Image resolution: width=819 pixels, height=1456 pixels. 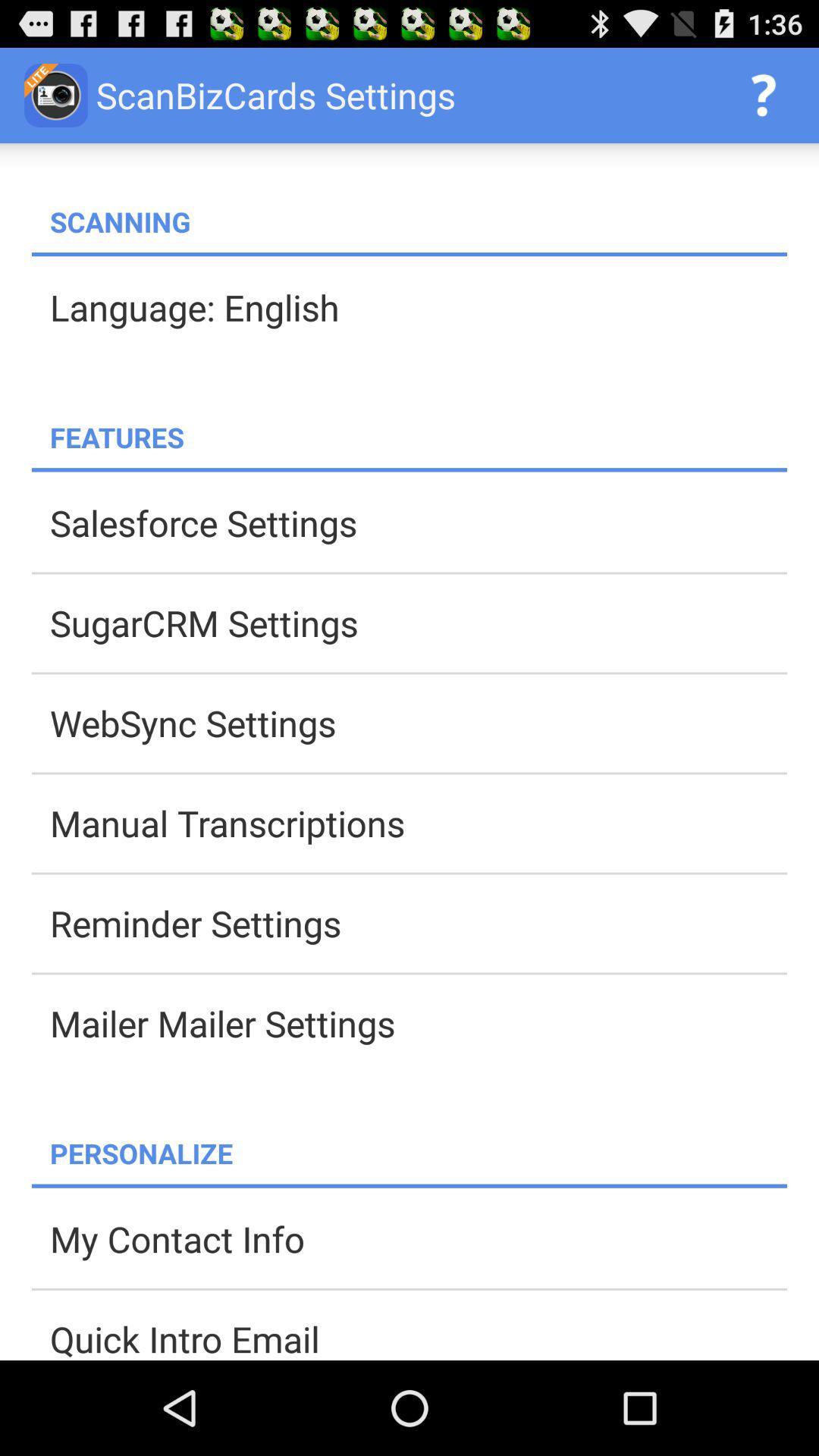 What do you see at coordinates (55, 94) in the screenshot?
I see `the camera icon` at bounding box center [55, 94].